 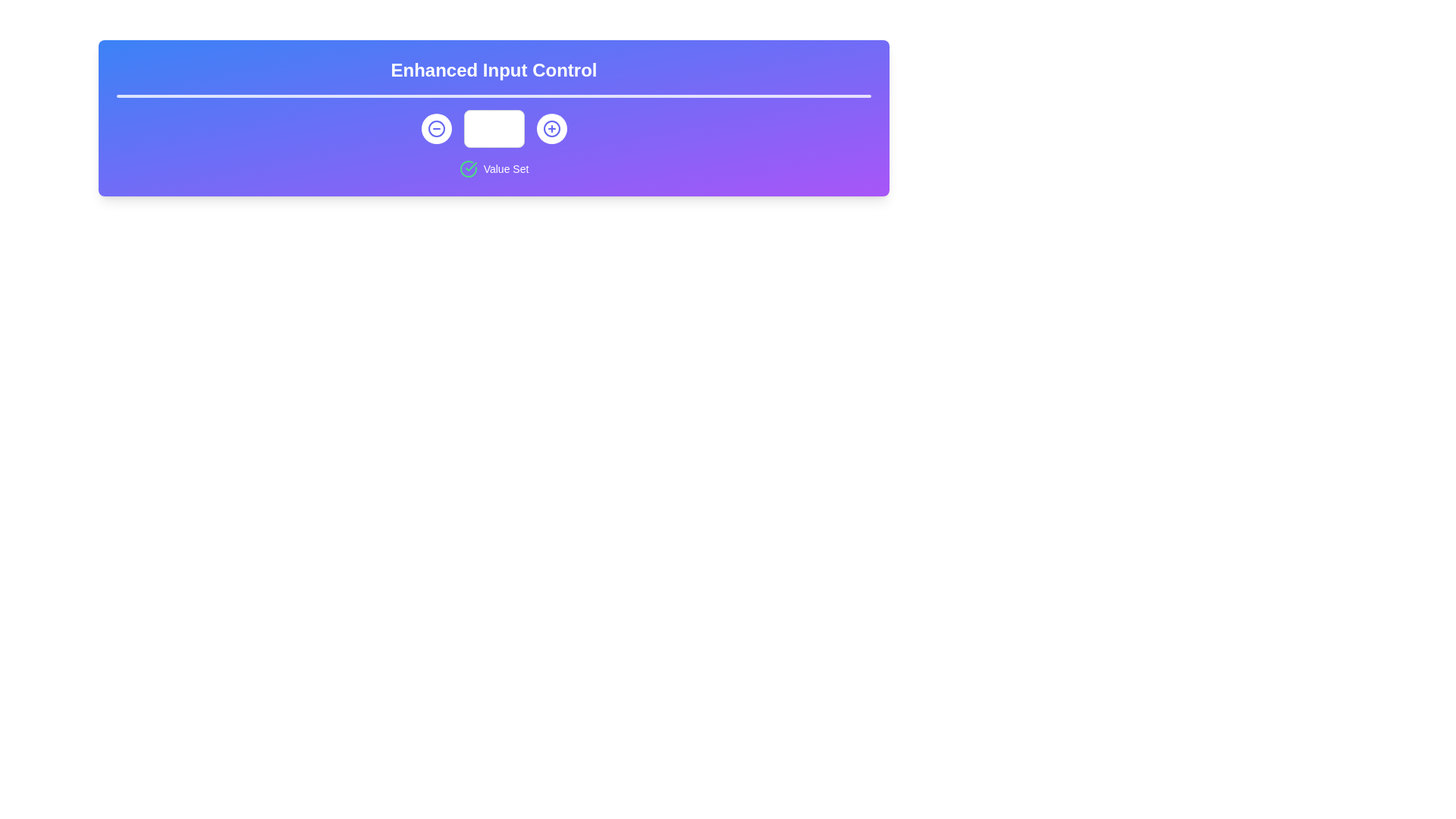 I want to click on the indigo circular icon with a horizontal line in the middle, located leftmost among three adjacent icons, so click(x=435, y=127).